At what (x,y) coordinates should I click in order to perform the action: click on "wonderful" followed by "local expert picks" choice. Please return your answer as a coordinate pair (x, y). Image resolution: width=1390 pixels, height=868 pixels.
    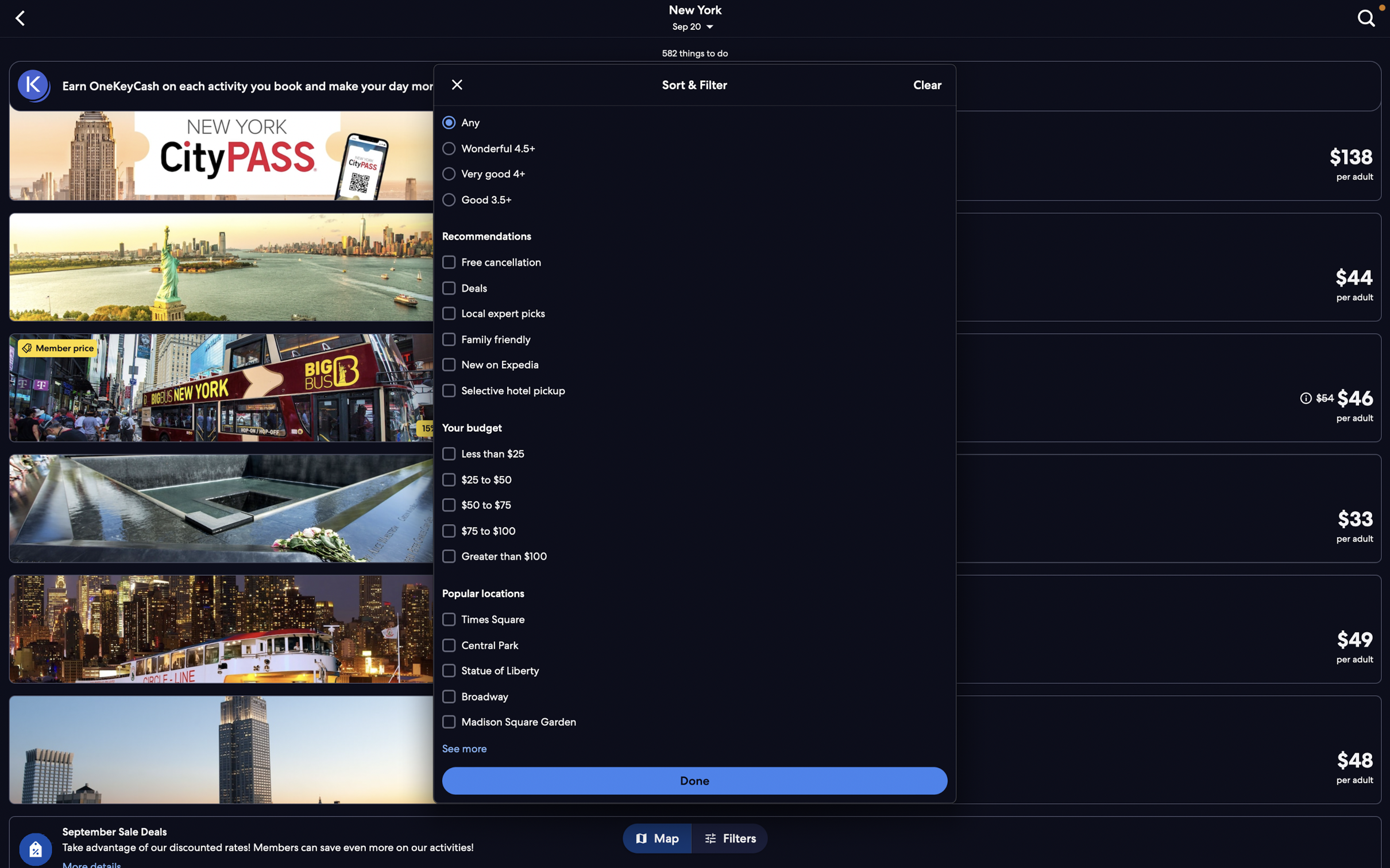
    Looking at the image, I should click on (692, 148).